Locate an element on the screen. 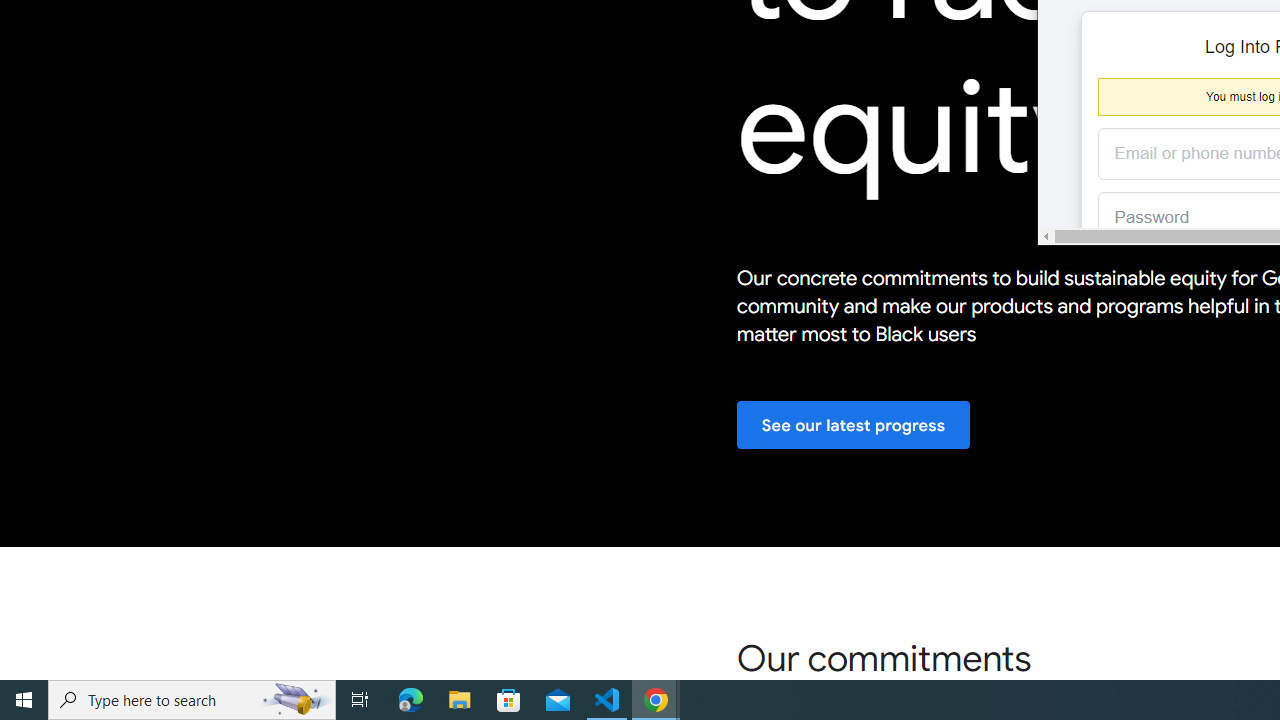 This screenshot has height=720, width=1280. 'Visual Studio Code - 1 running window' is located at coordinates (606, 698).